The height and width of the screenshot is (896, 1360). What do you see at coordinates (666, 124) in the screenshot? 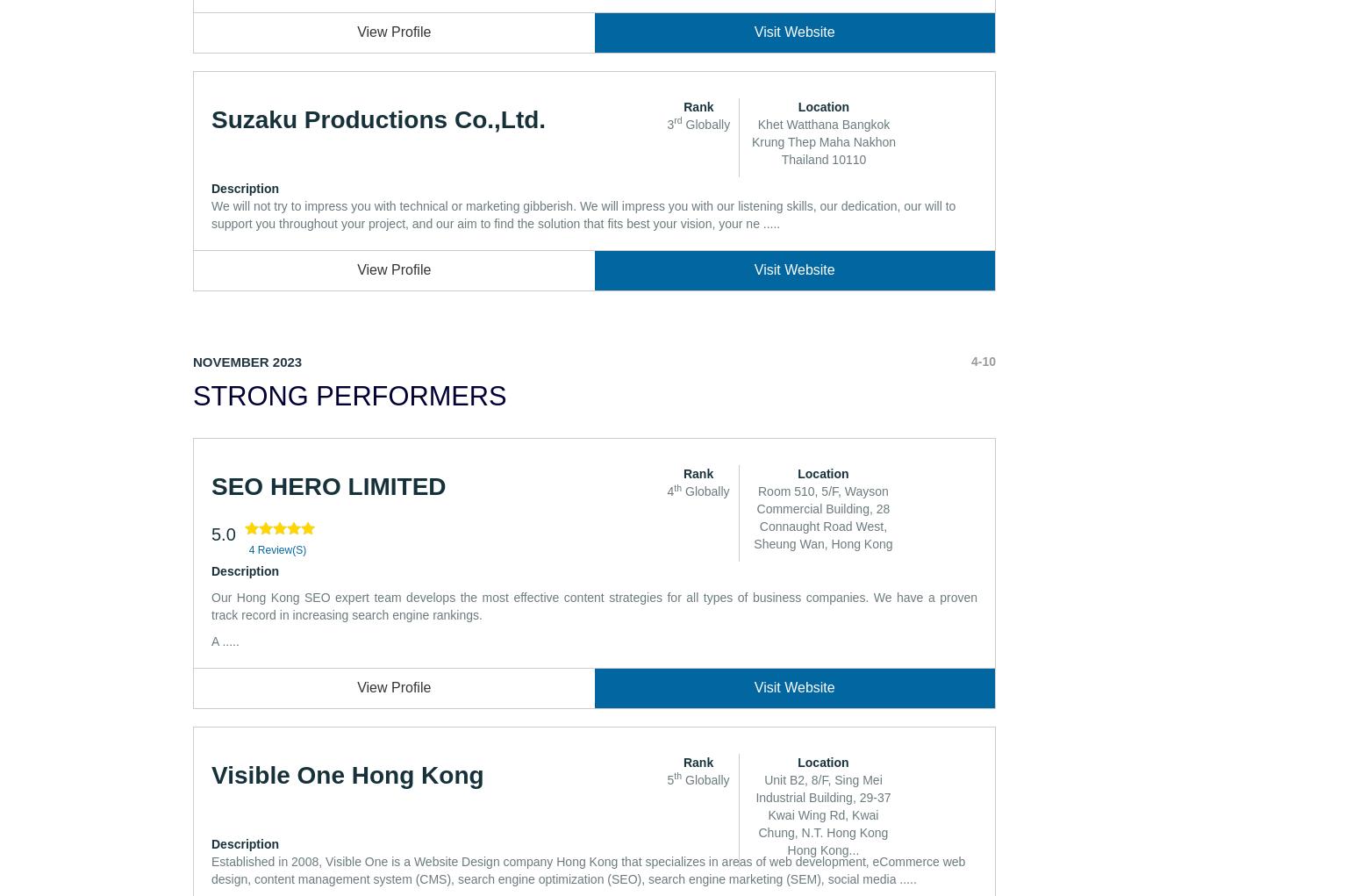
I see `'3'` at bounding box center [666, 124].